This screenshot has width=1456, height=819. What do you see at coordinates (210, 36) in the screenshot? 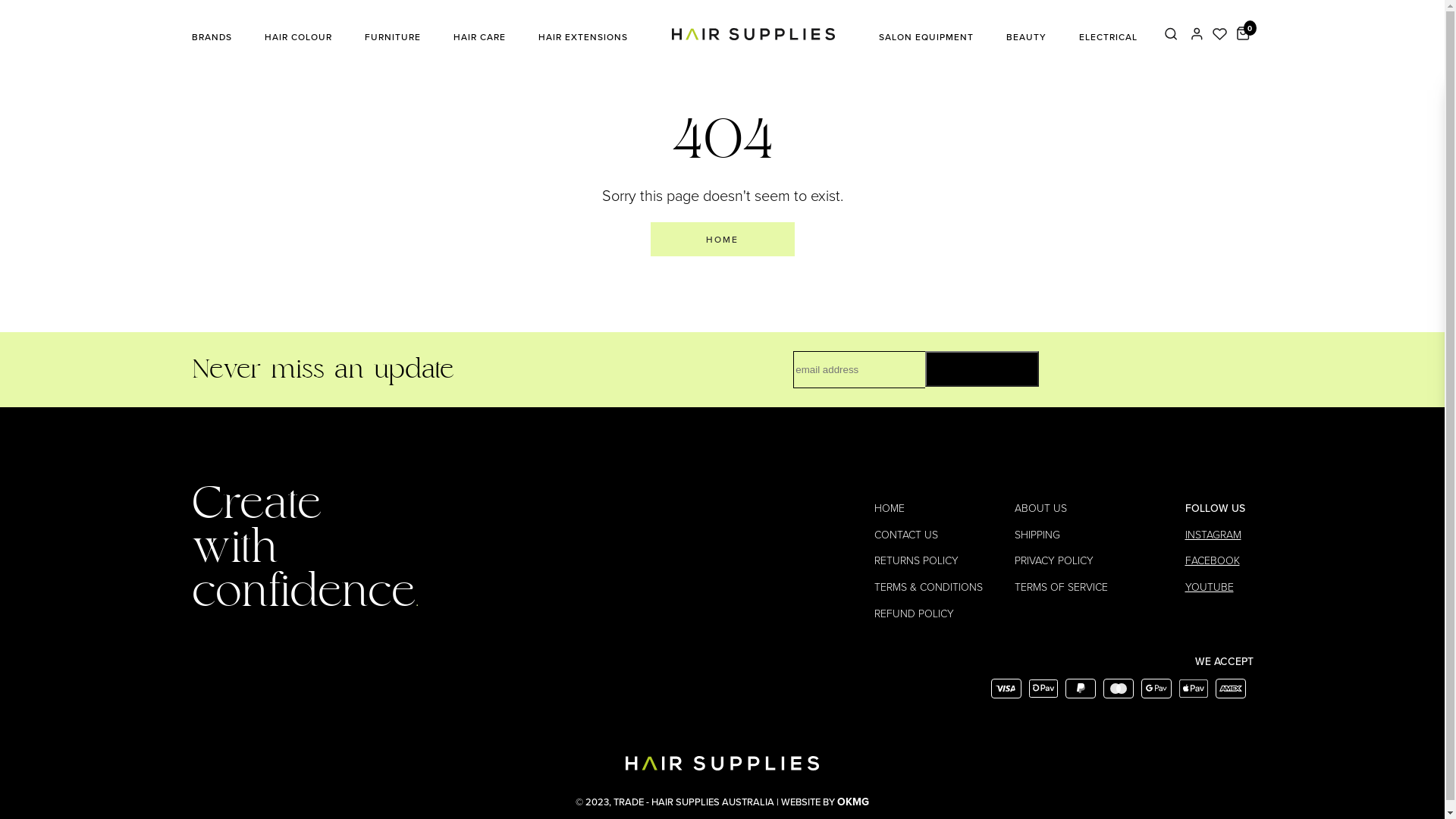
I see `'BRANDS'` at bounding box center [210, 36].